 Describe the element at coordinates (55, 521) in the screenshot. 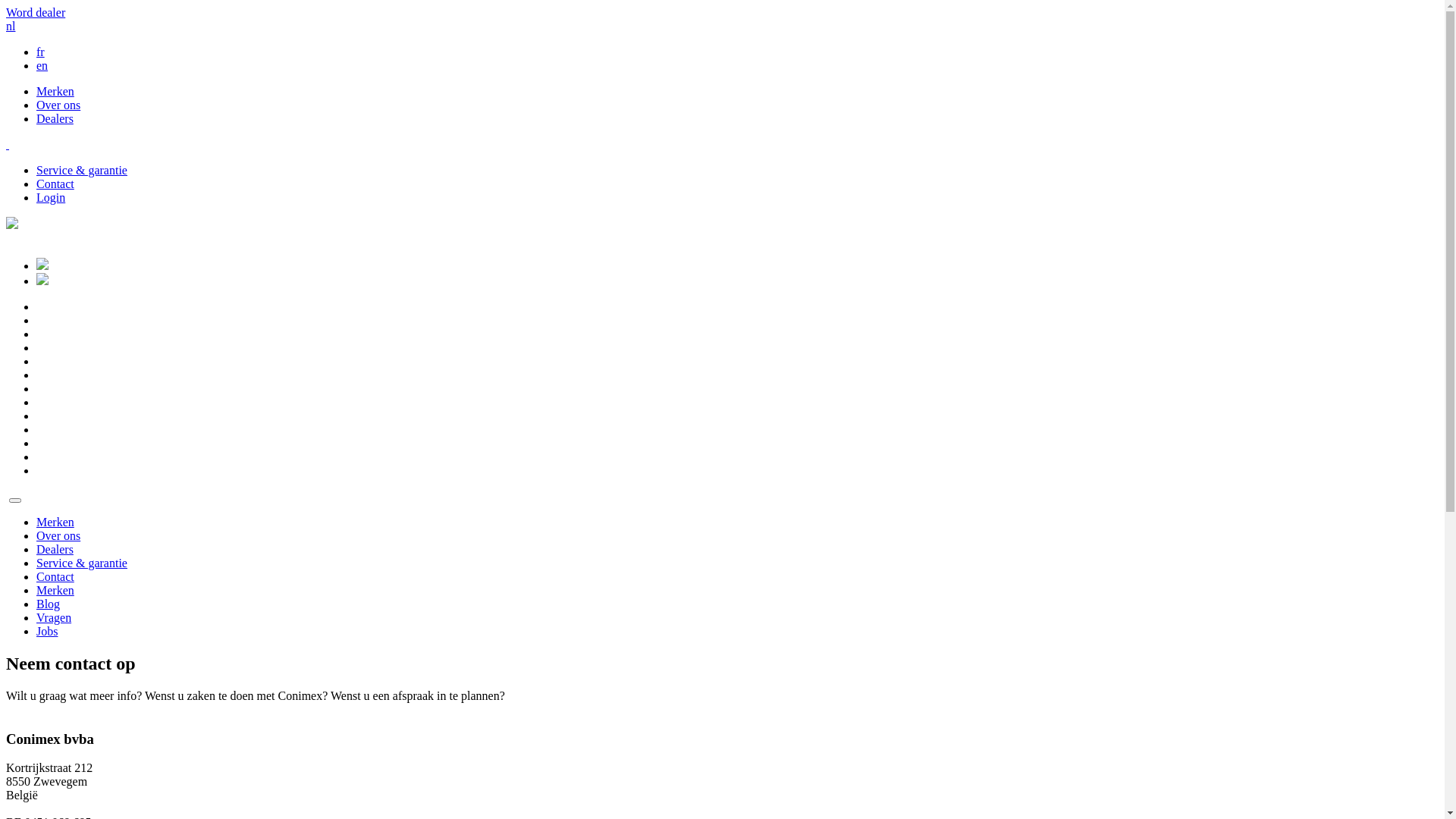

I see `'Merken'` at that location.